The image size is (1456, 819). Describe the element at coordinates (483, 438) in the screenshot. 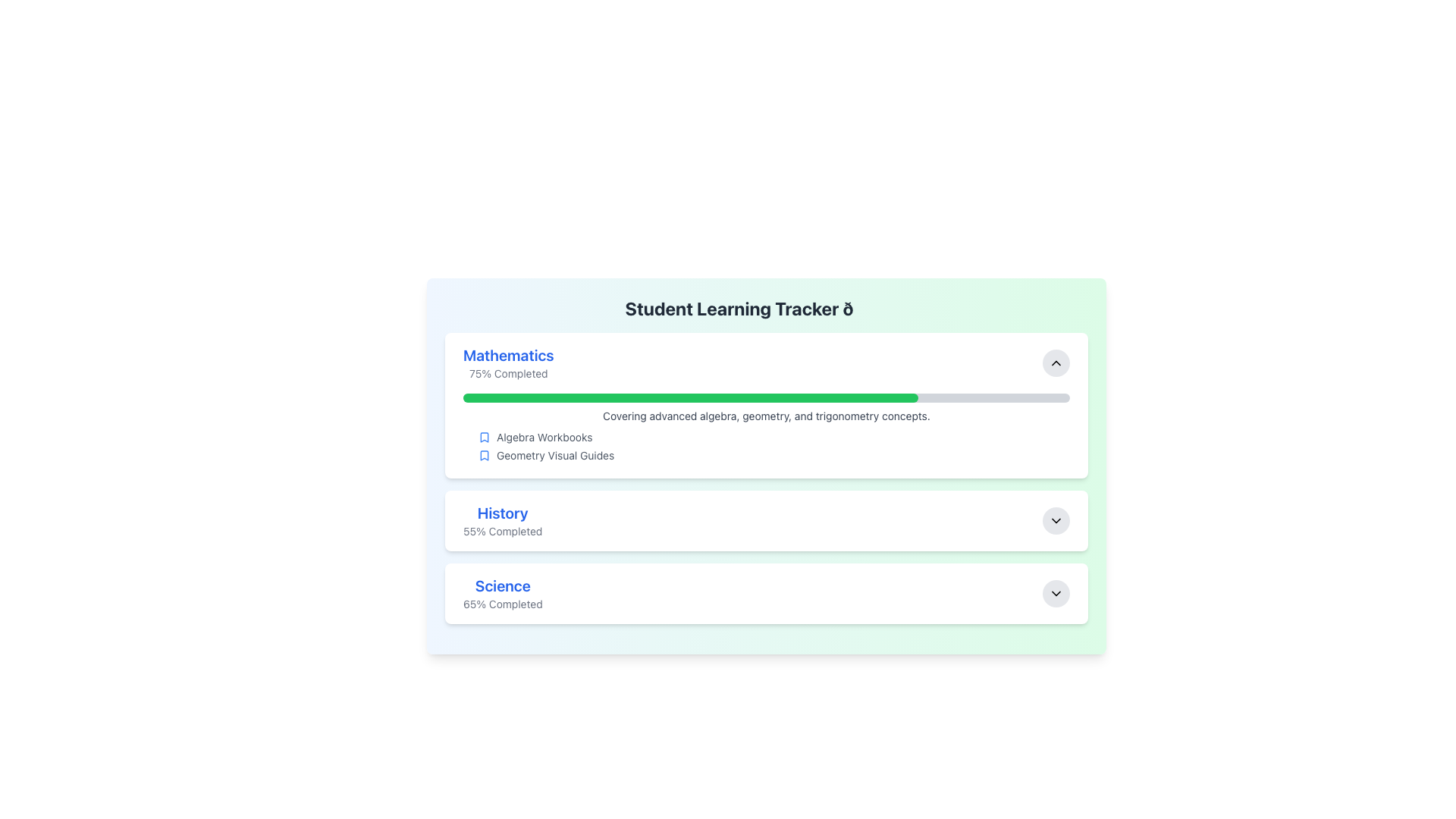

I see `the blue outlined bookmark icon located to the left of the 'Geometry Visual Guides' text in the 'Mathematics' section to bookmark or unbookmark the related content` at that location.